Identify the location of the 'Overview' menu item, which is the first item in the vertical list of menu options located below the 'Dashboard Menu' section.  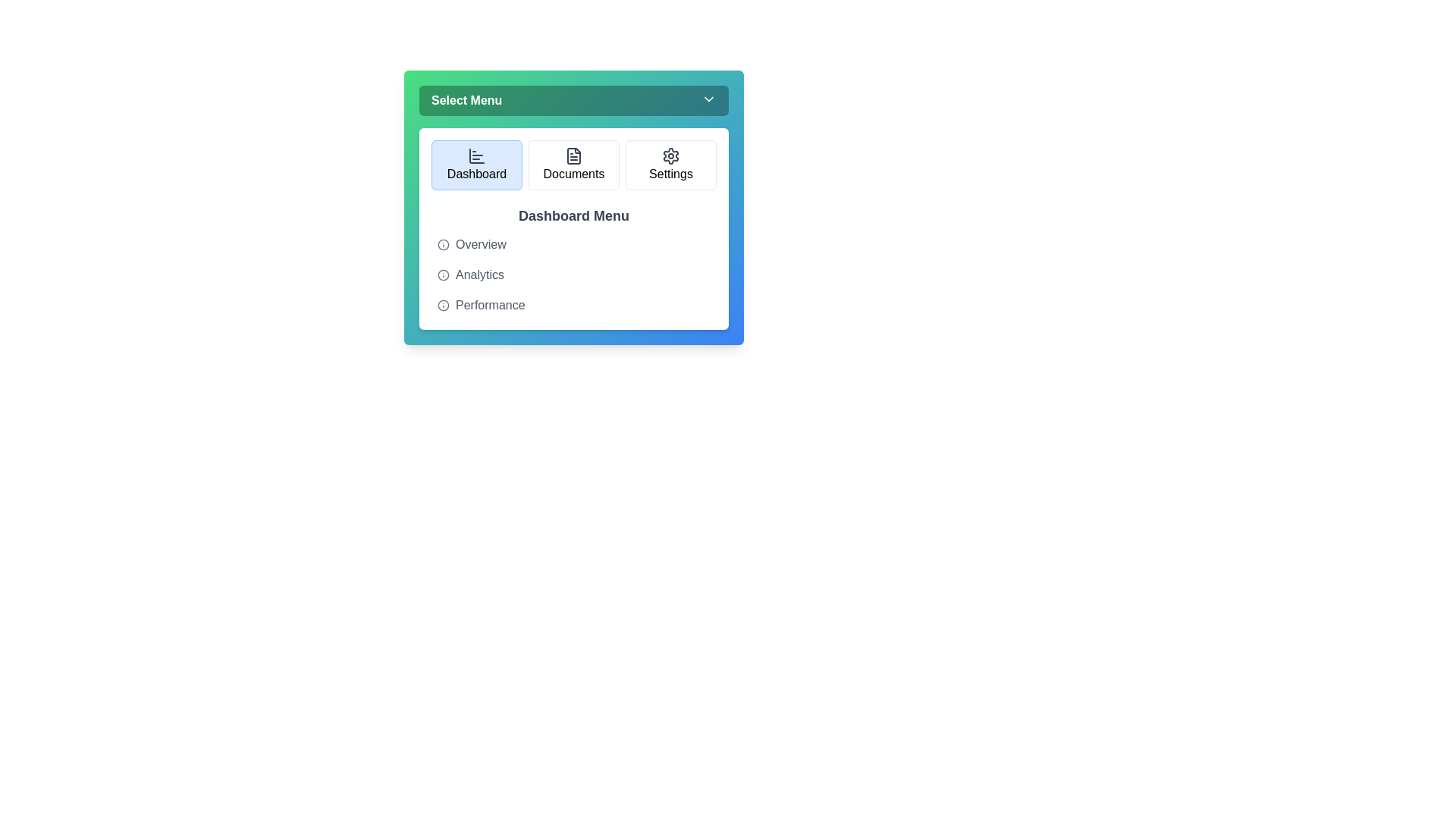
(573, 244).